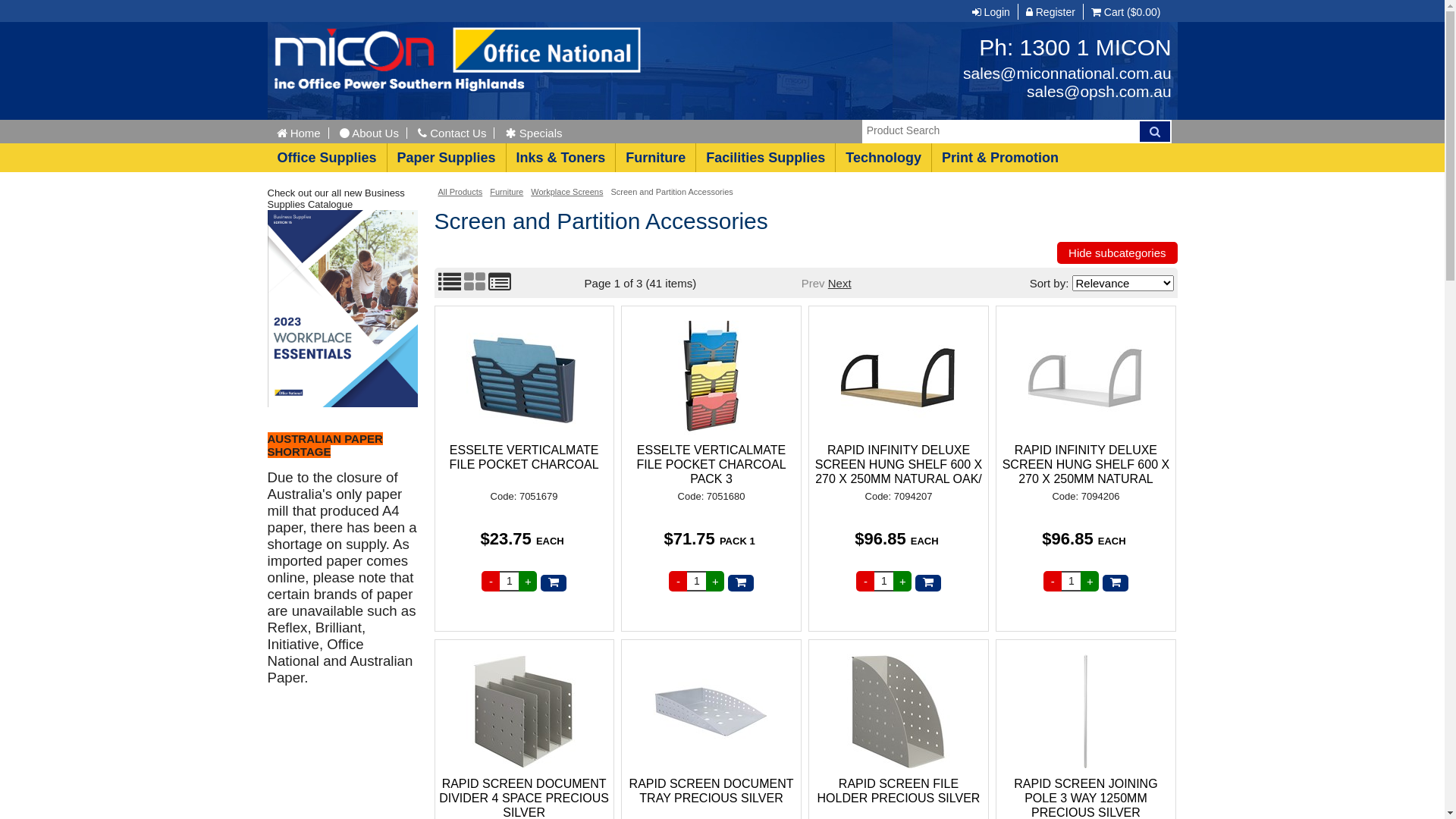 The height and width of the screenshot is (819, 1456). What do you see at coordinates (534, 132) in the screenshot?
I see `'Specials'` at bounding box center [534, 132].